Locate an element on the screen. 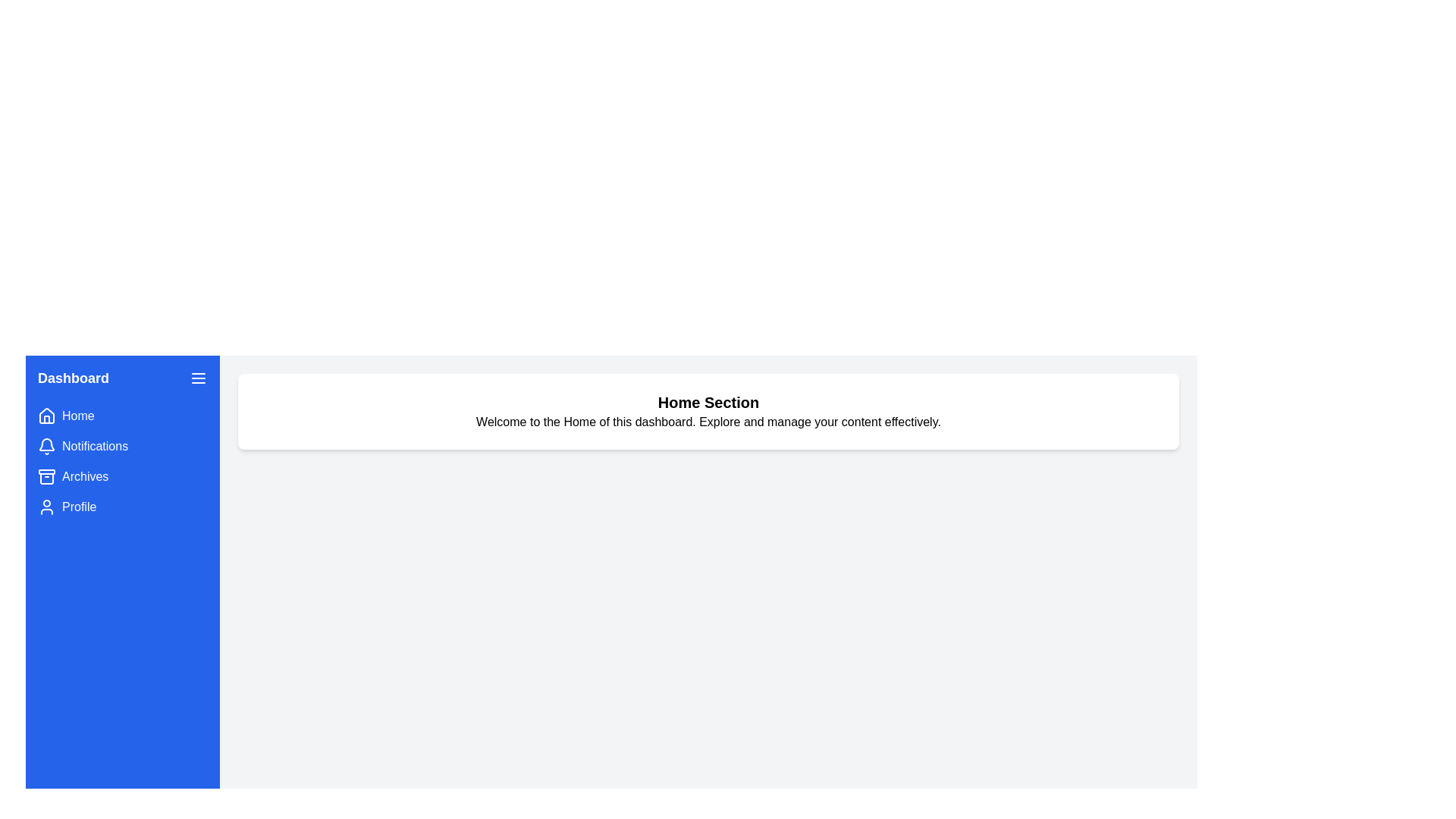 Image resolution: width=1456 pixels, height=819 pixels. the title text element located at the upper part of the center section of the interface is located at coordinates (708, 402).